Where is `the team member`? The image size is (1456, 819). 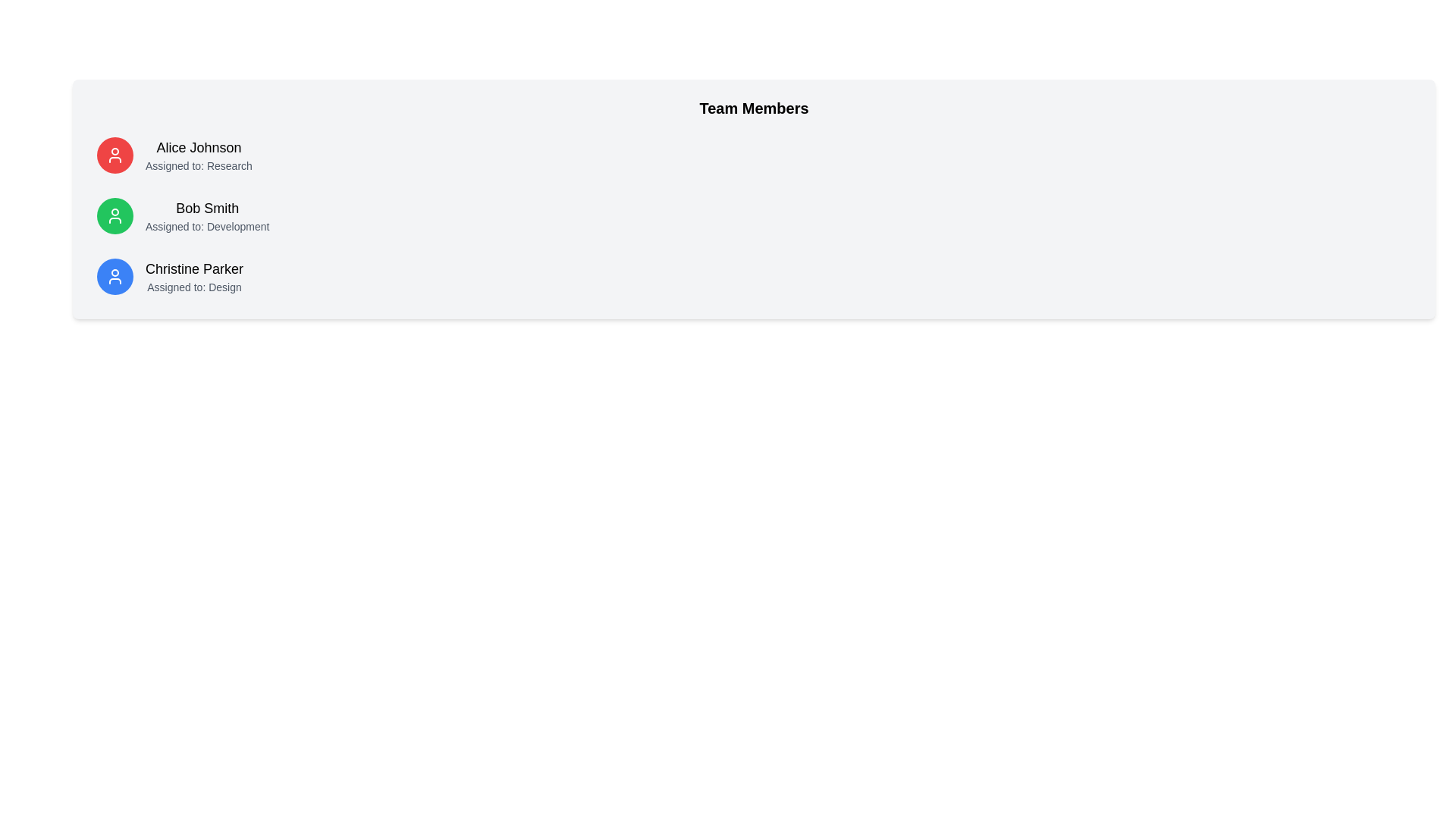 the team member is located at coordinates (206, 216).